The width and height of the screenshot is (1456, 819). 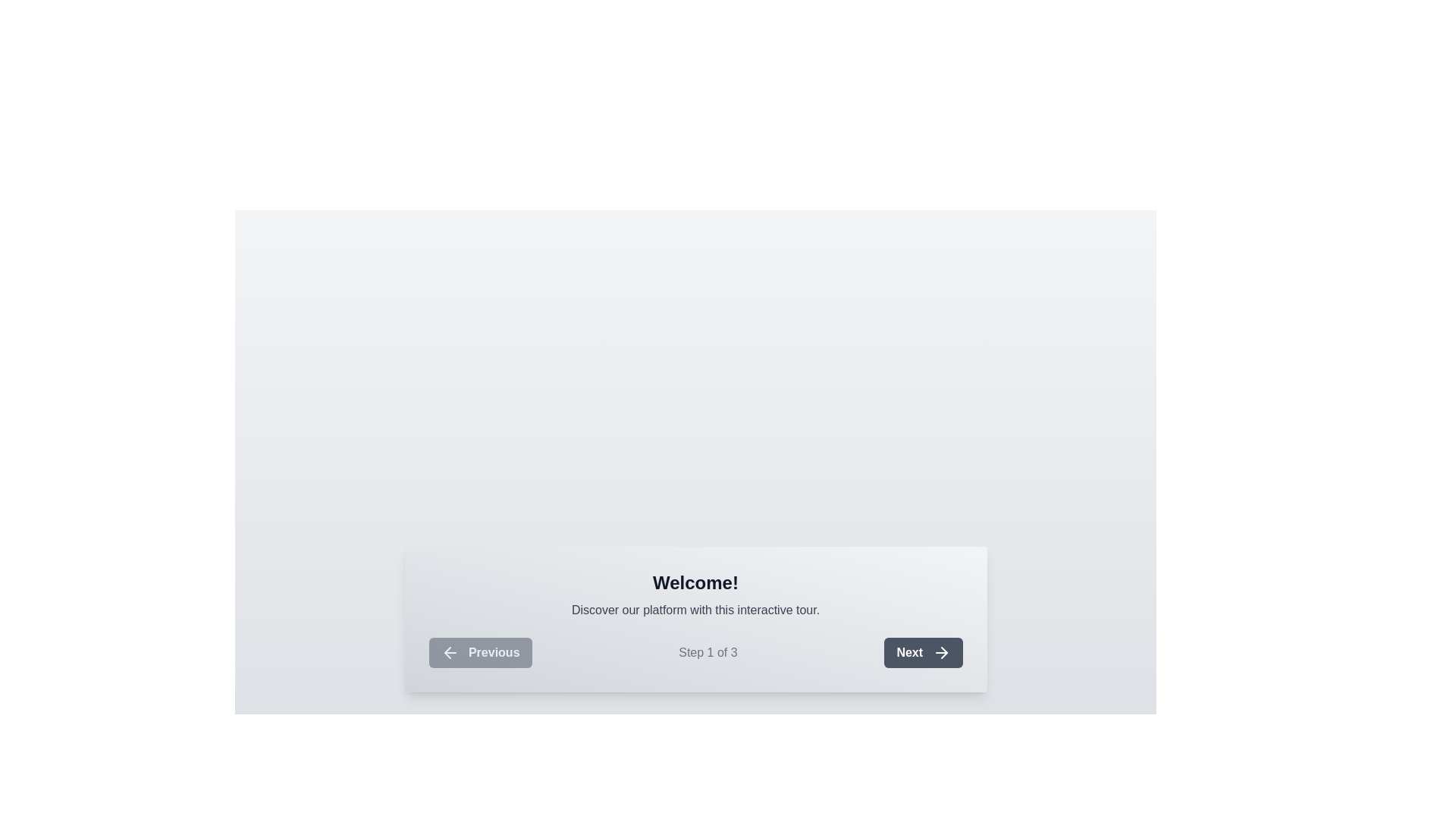 I want to click on the 'Next' button with bold white text on a dark gray background, so click(x=922, y=651).